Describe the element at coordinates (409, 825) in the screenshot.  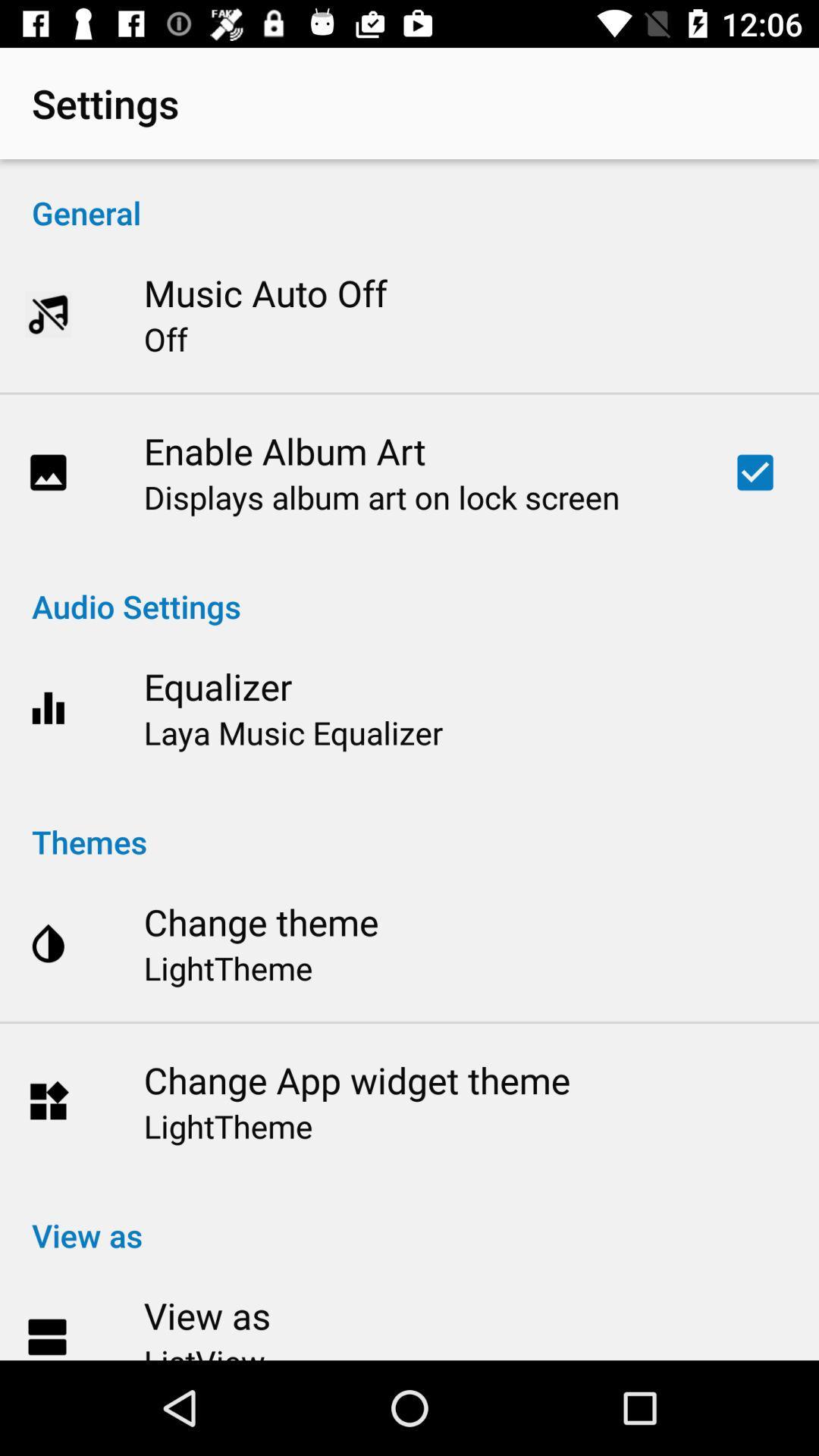
I see `item below laya music equalizer icon` at that location.